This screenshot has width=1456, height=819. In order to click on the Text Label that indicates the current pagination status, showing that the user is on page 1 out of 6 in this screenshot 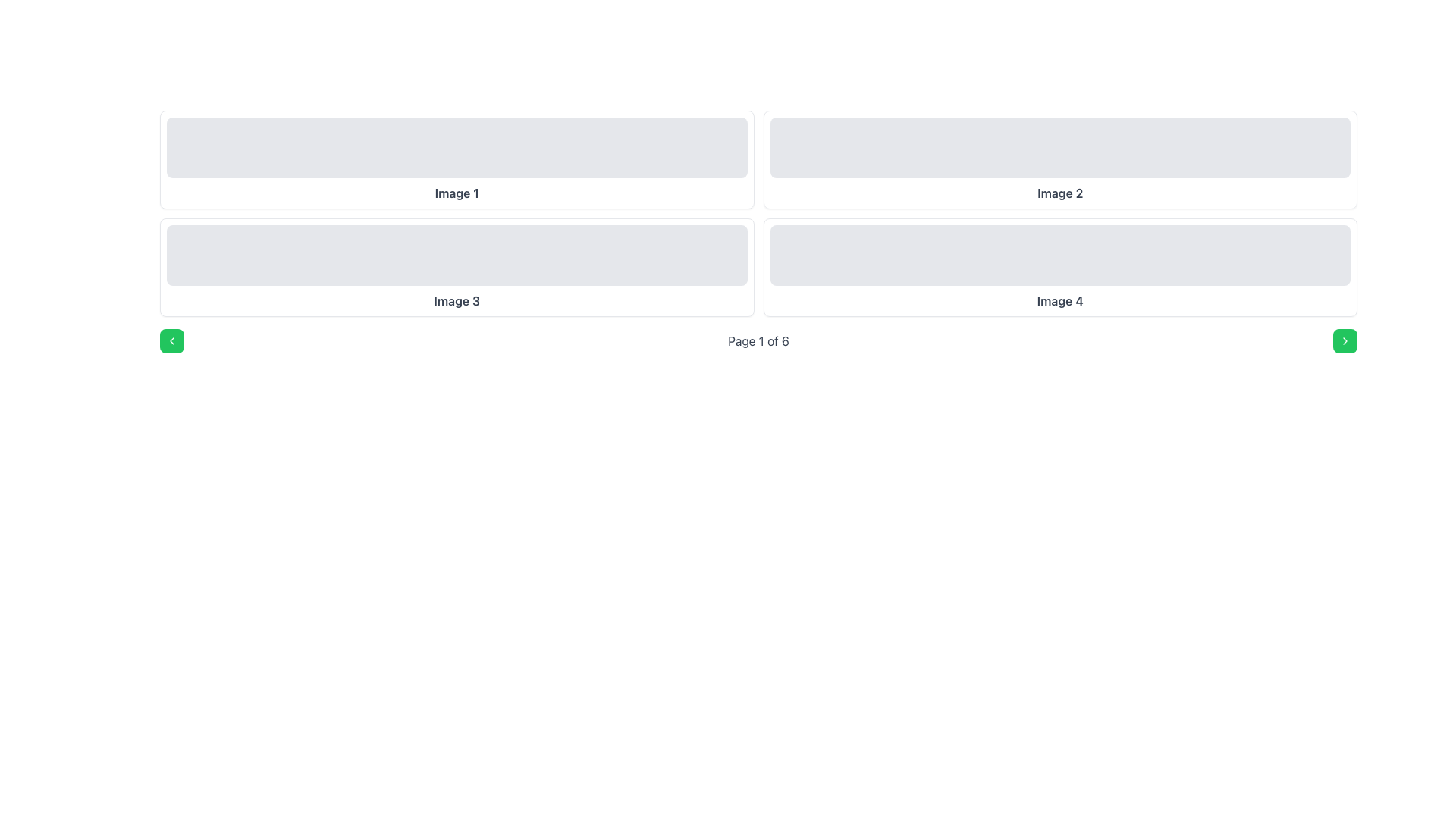, I will do `click(758, 341)`.